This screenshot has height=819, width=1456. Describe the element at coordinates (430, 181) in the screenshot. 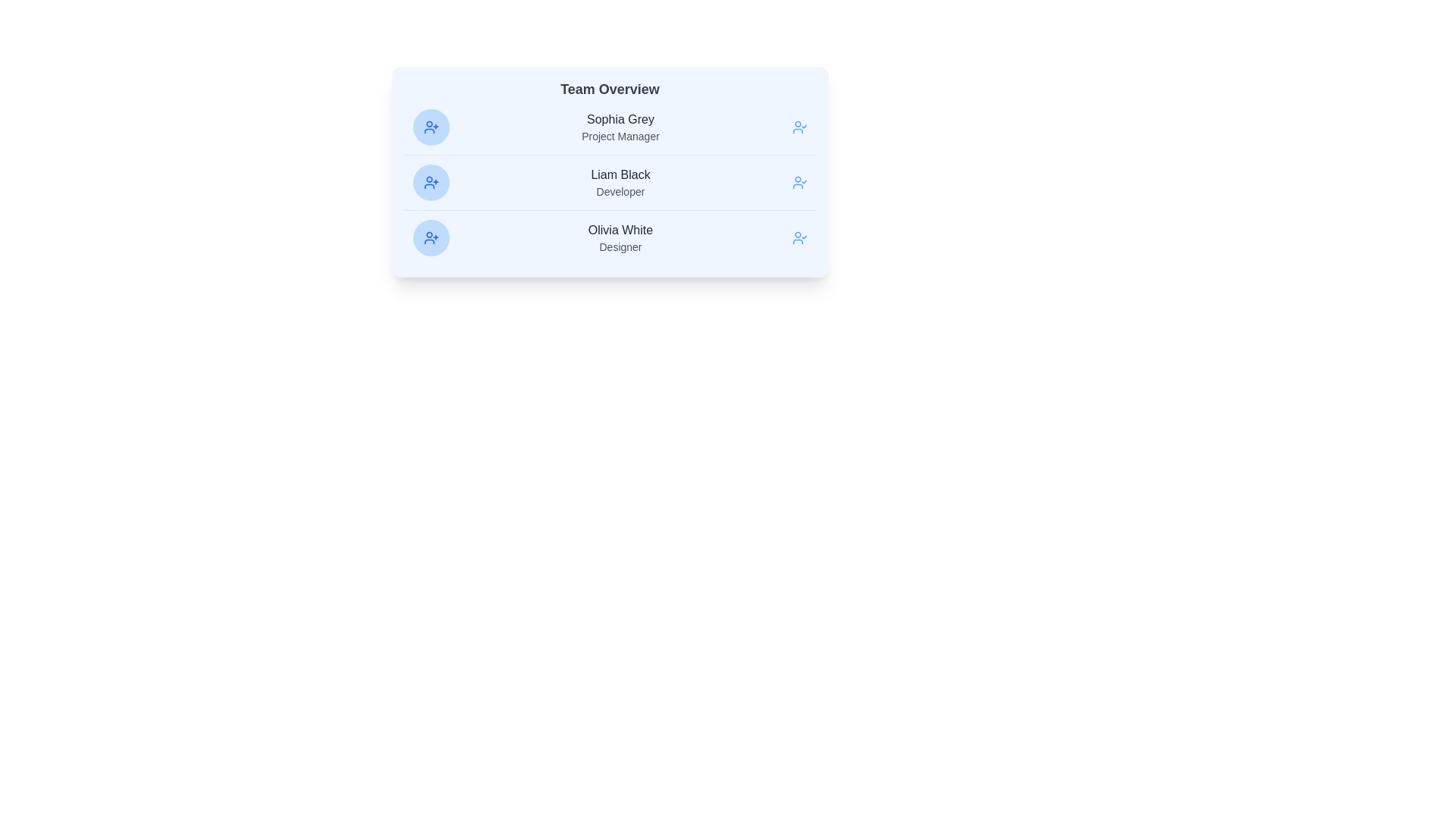

I see `the icon button to invite or add the user 'Liam Black, Developer', located in the left section of the panel row labeled 'Liam Black'` at that location.